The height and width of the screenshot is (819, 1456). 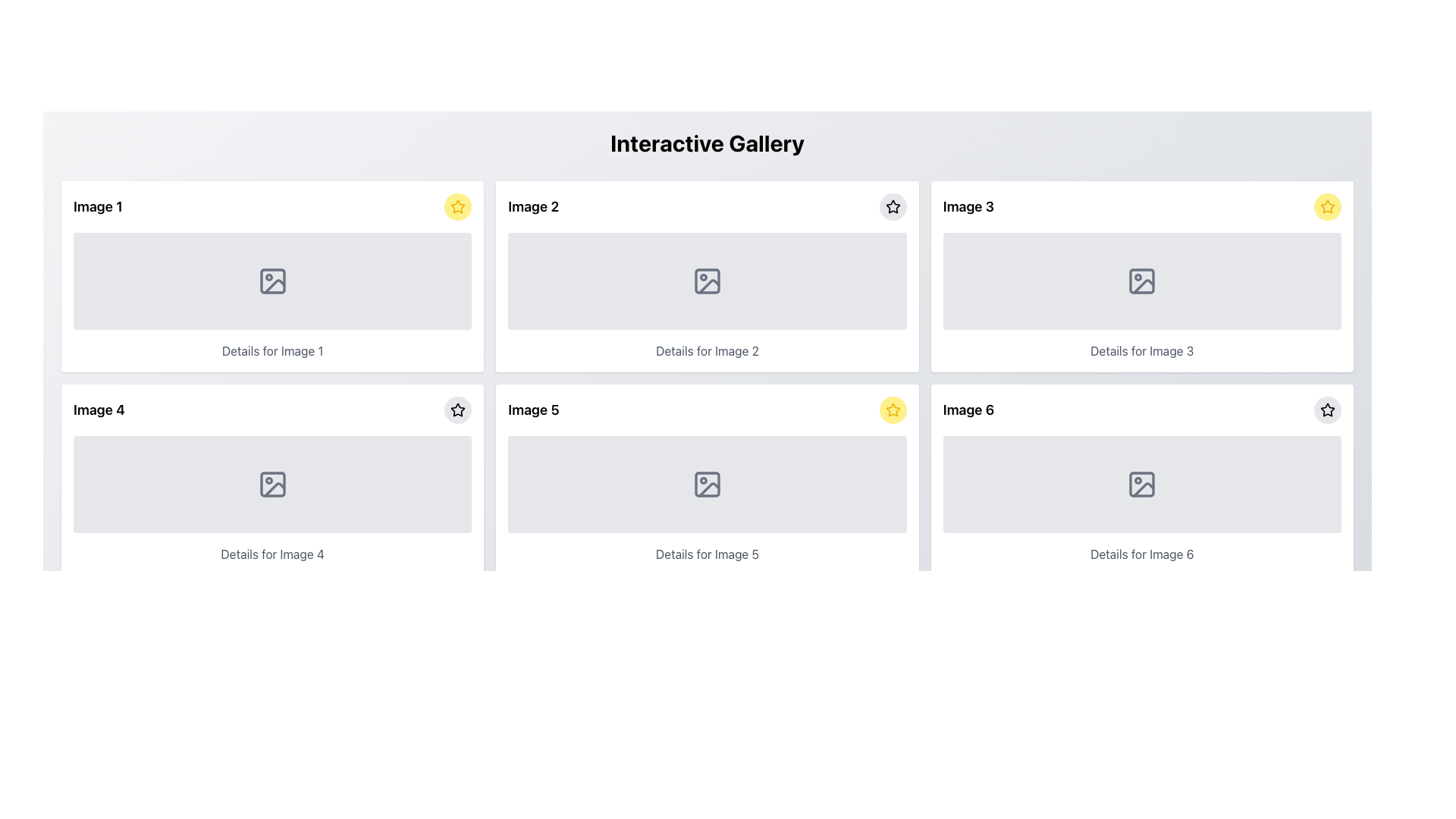 What do you see at coordinates (893, 409) in the screenshot?
I see `the button located in the top-right corner of the 'Image 5' section` at bounding box center [893, 409].